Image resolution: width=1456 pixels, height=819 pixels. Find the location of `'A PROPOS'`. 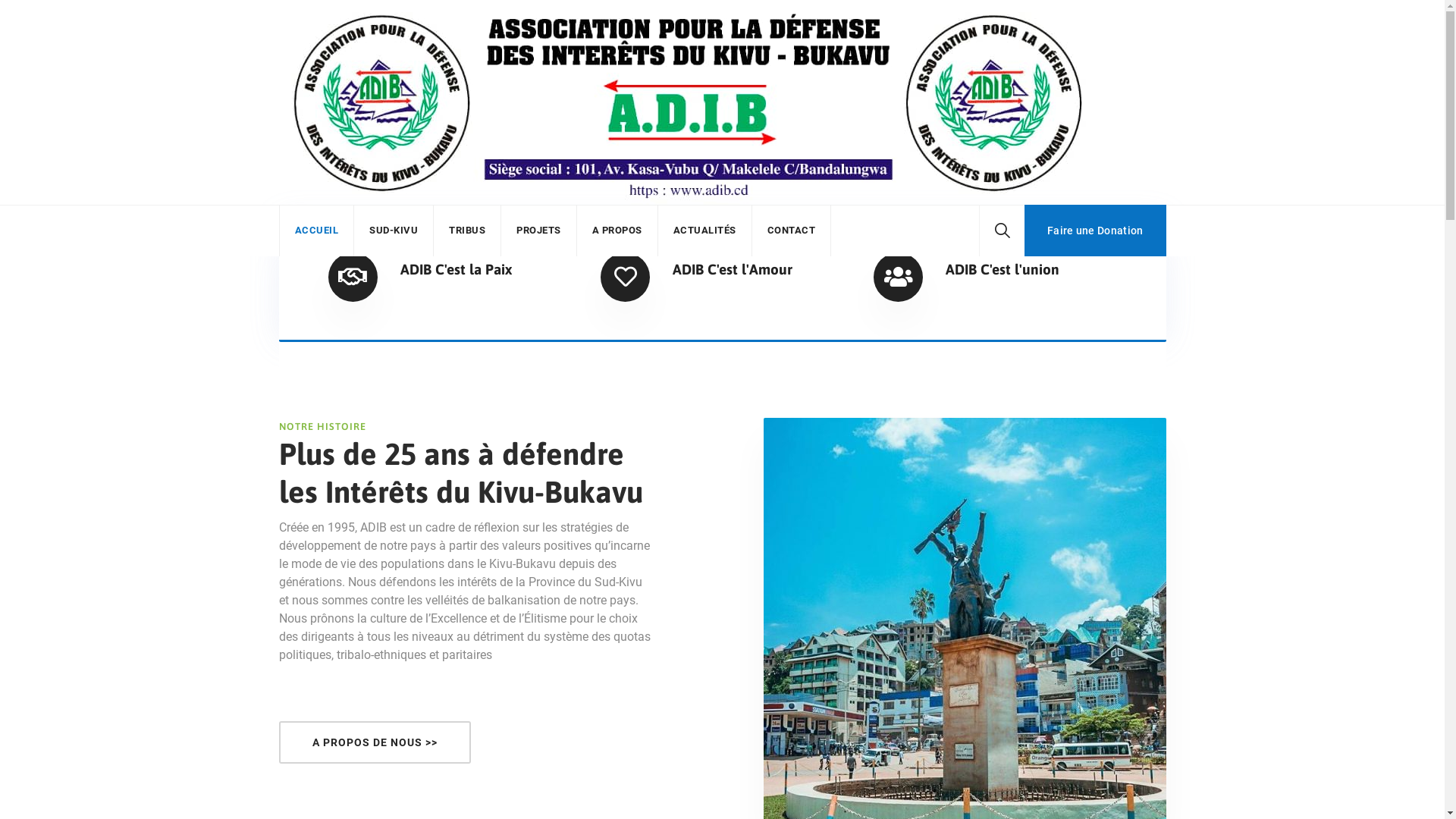

'A PROPOS' is located at coordinates (590, 231).